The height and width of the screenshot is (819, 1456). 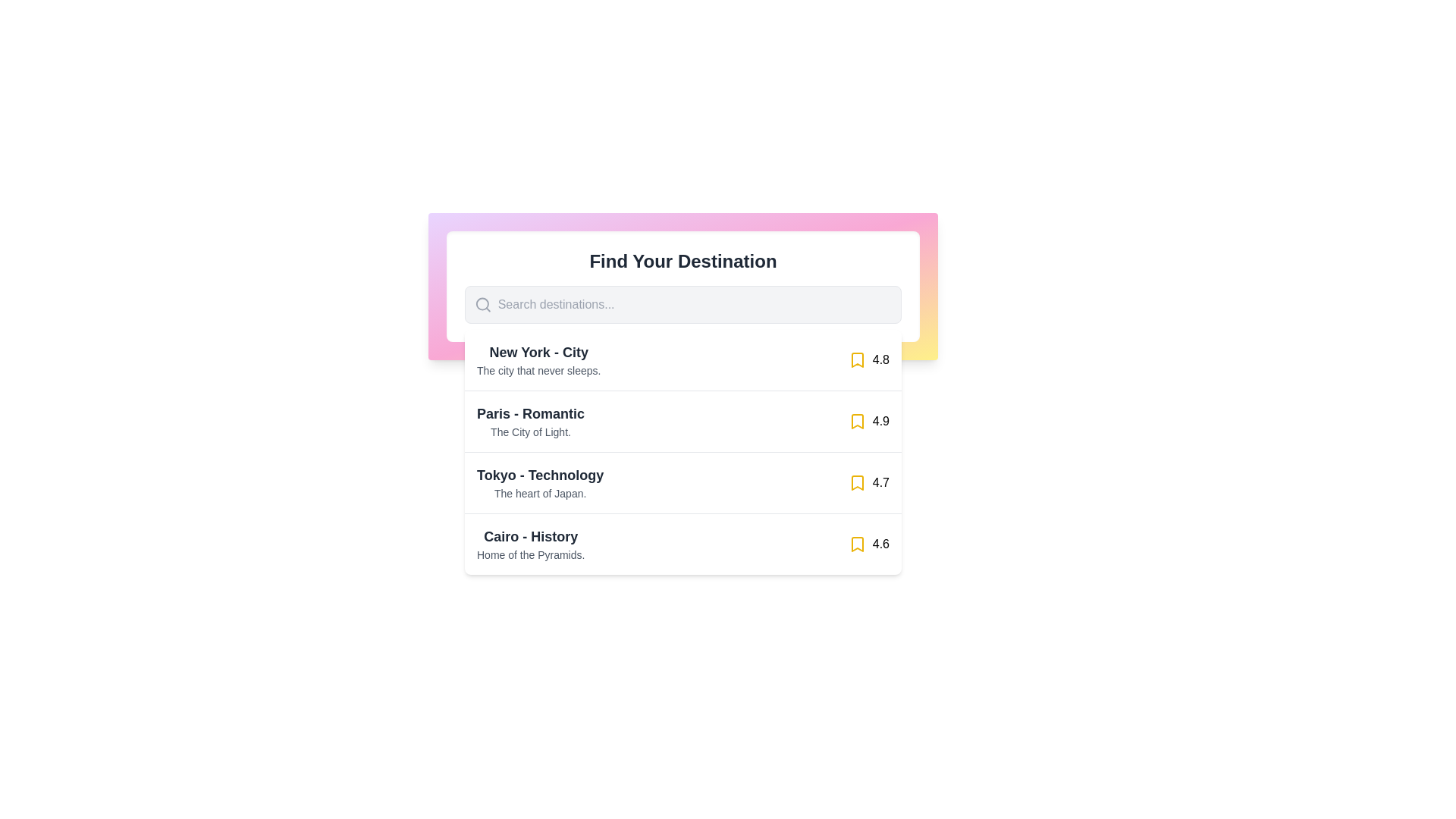 I want to click on the text label indicating the destination 'New York - City', which is the first item in the list under the search box titled 'Find Your Destination', so click(x=538, y=353).